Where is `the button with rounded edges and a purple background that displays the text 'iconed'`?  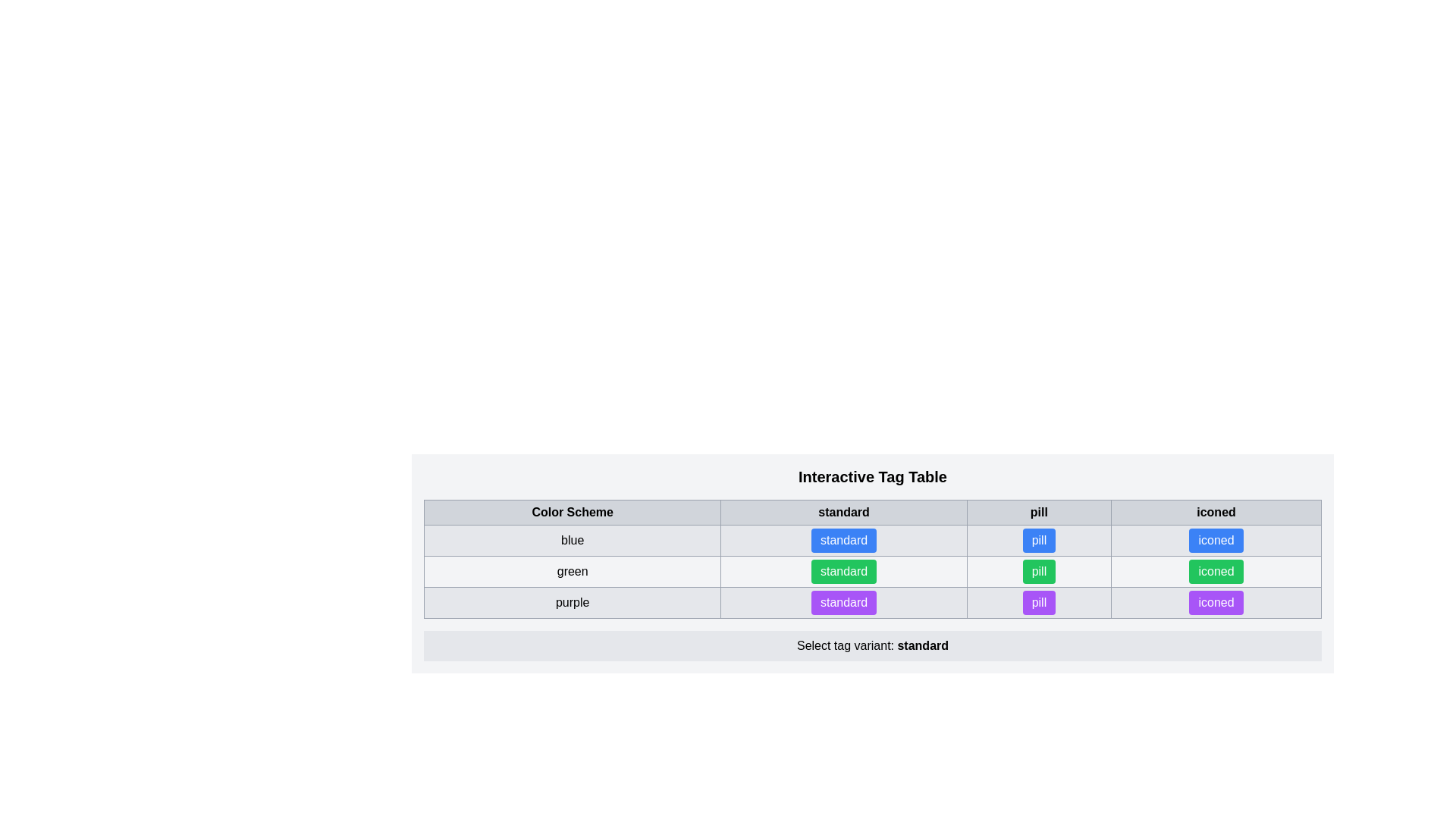
the button with rounded edges and a purple background that displays the text 'iconed' is located at coordinates (1216, 601).